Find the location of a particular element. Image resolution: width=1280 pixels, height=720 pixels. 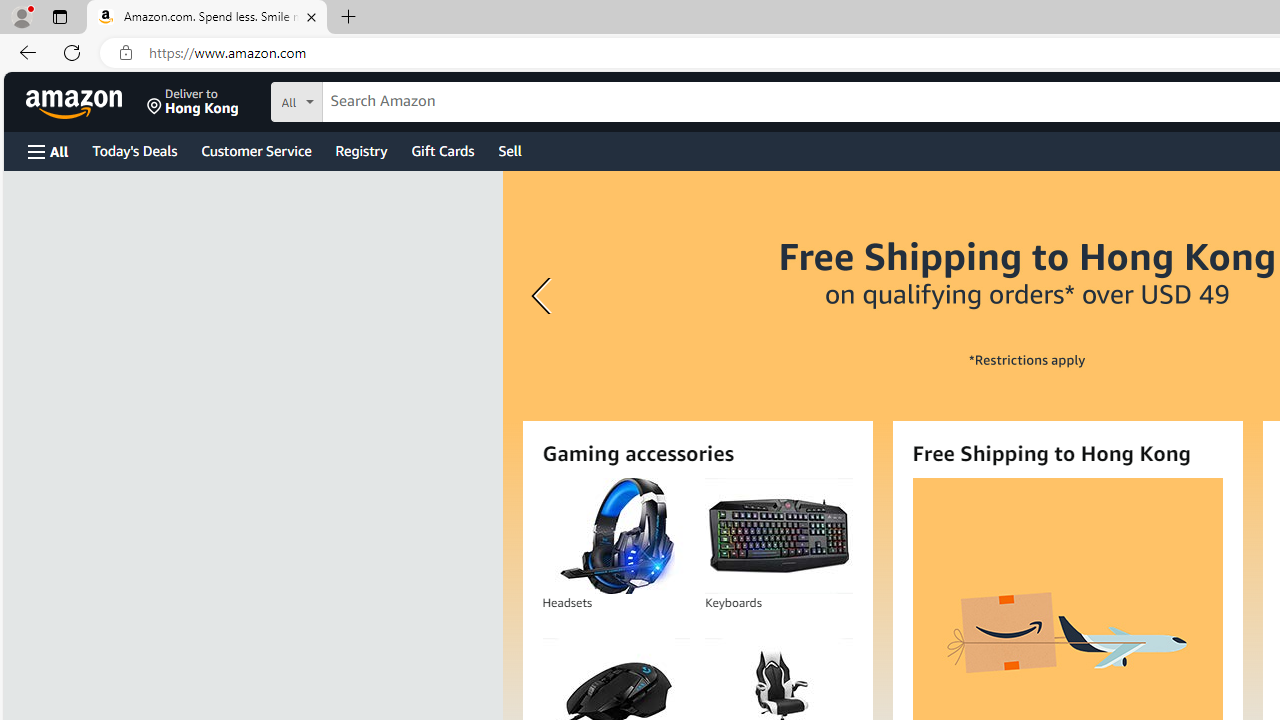

'Amazon.com. Spend less. Smile more.' is located at coordinates (207, 17).